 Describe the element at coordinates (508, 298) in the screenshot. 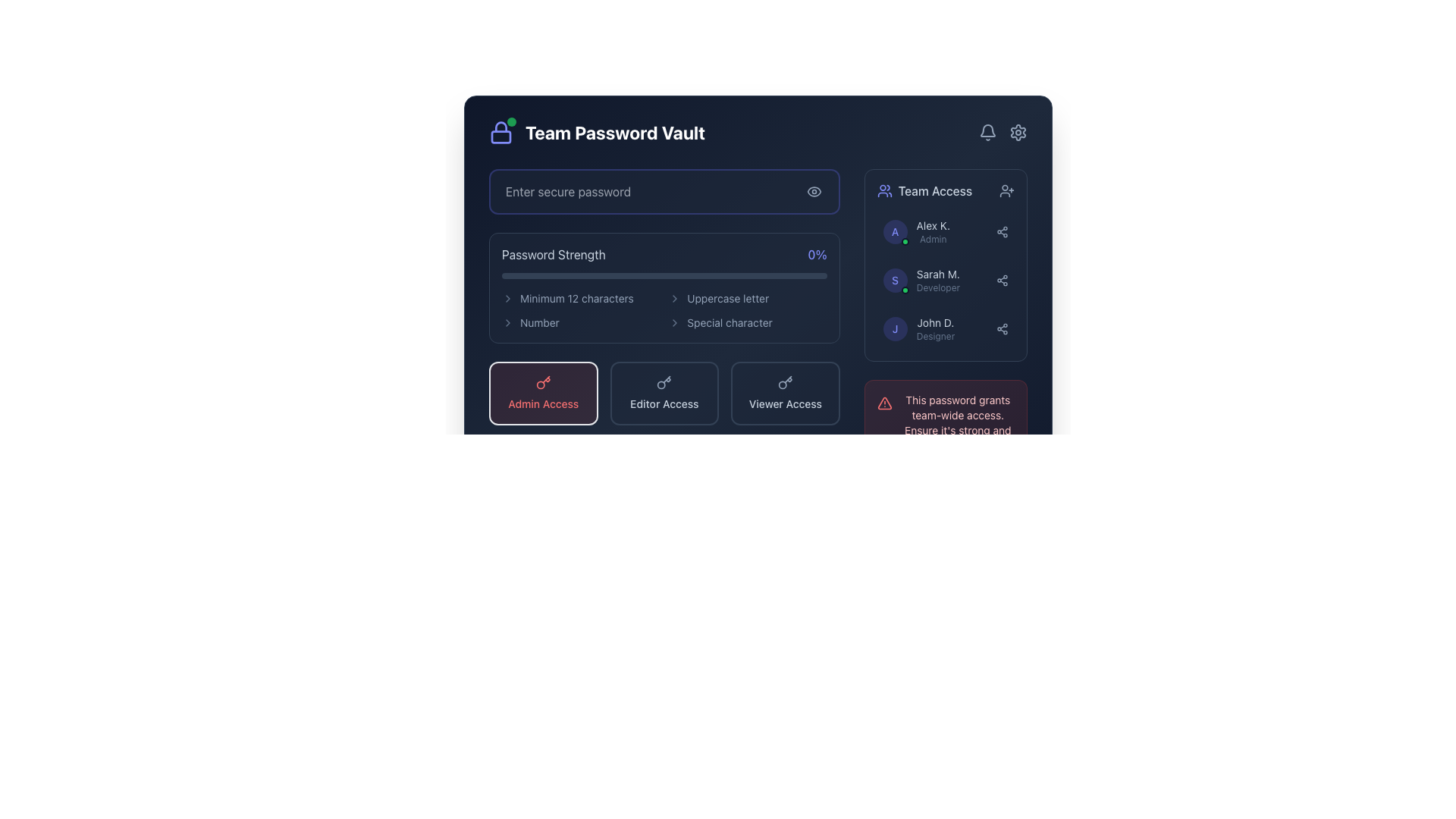

I see `the right-pointing chevron icon, which is a slate-gray visual indicator for password strength requirements, located to the left of the text 'Minimum 12 characters'` at that location.